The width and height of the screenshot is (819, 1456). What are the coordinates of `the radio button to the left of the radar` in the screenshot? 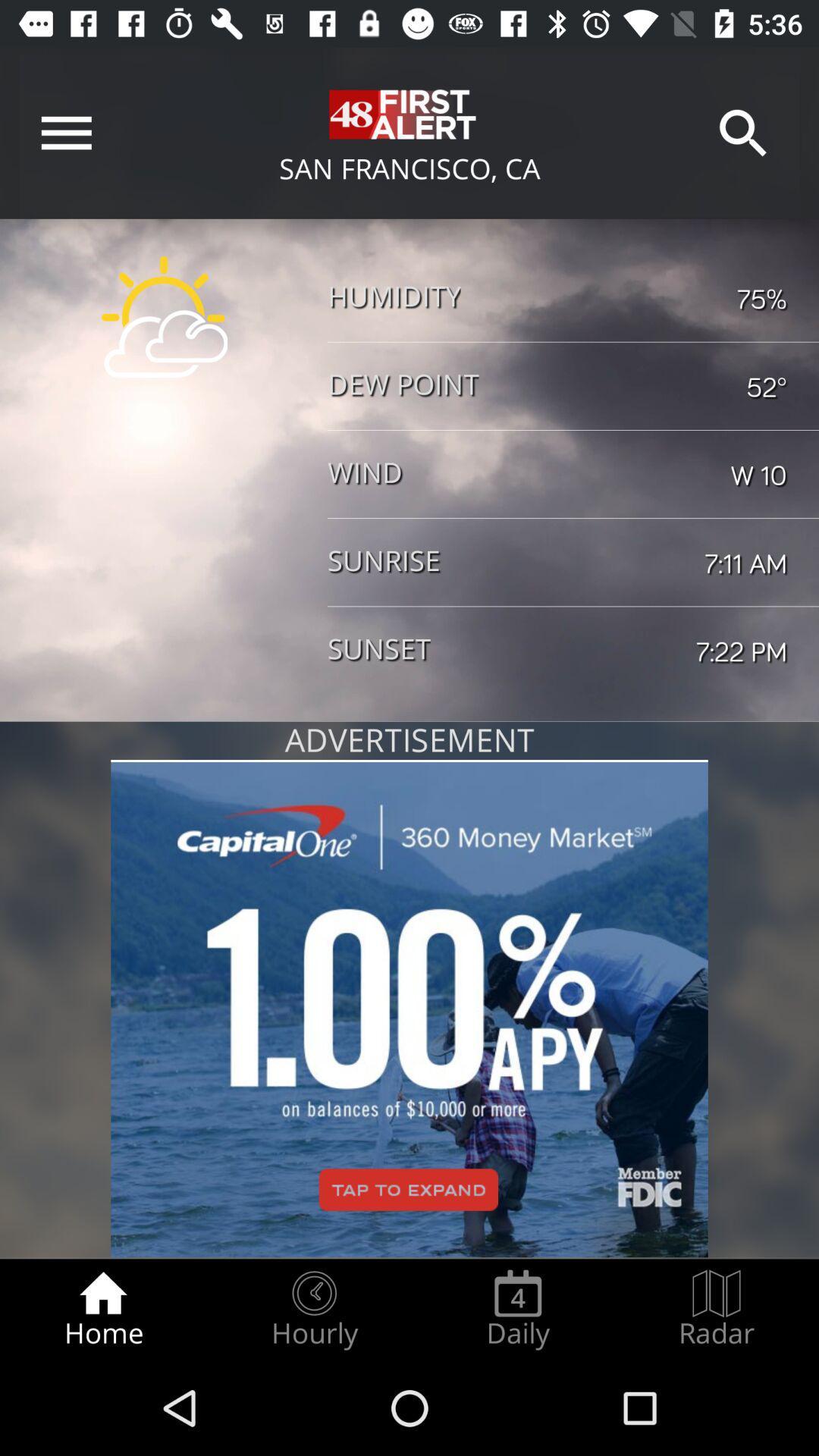 It's located at (517, 1309).